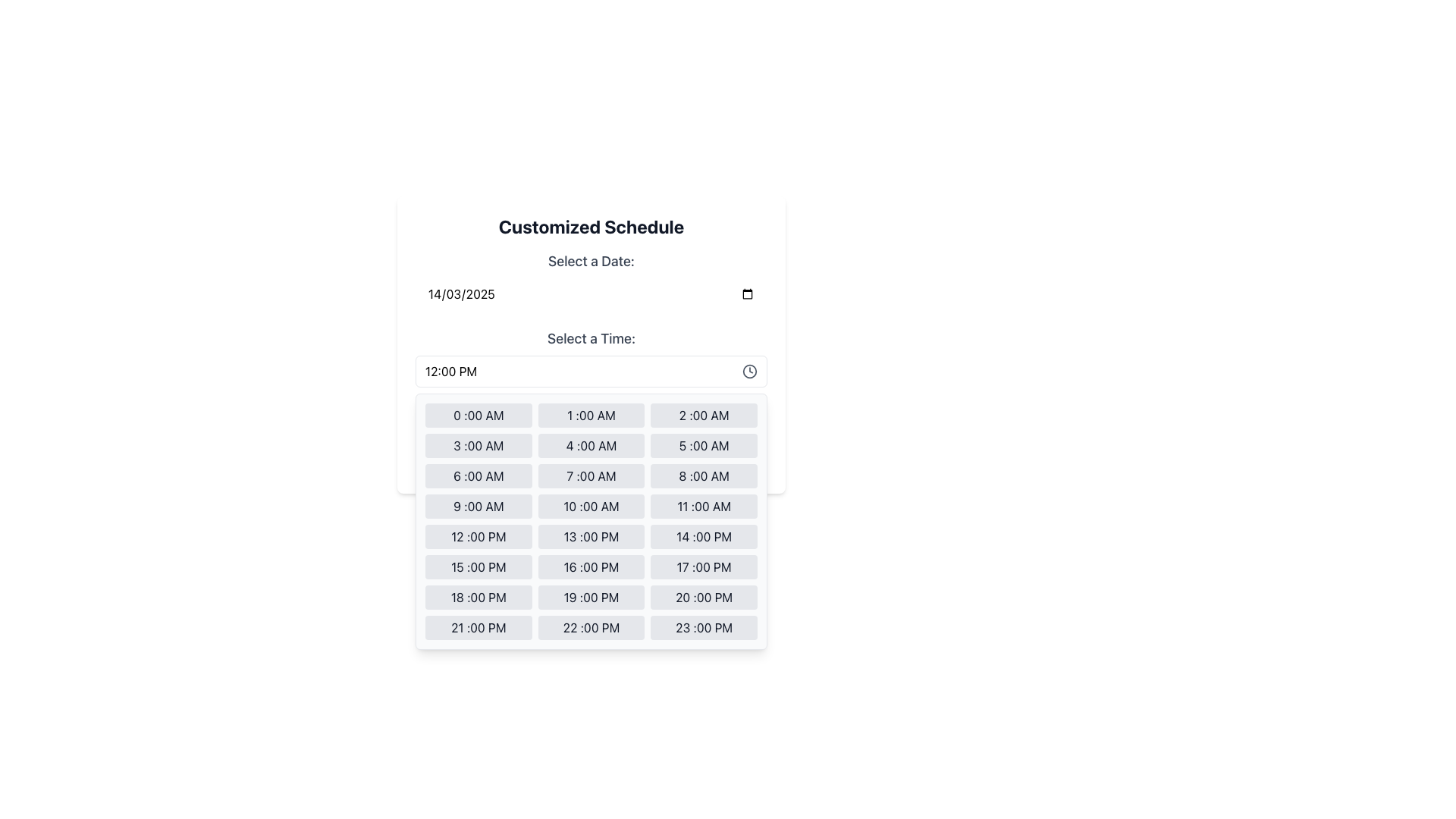 This screenshot has height=819, width=1456. What do you see at coordinates (478, 596) in the screenshot?
I see `the selectable time slot button representing '18:00 PM' located in the bottom portion of a grid layout of 24 buttons` at bounding box center [478, 596].